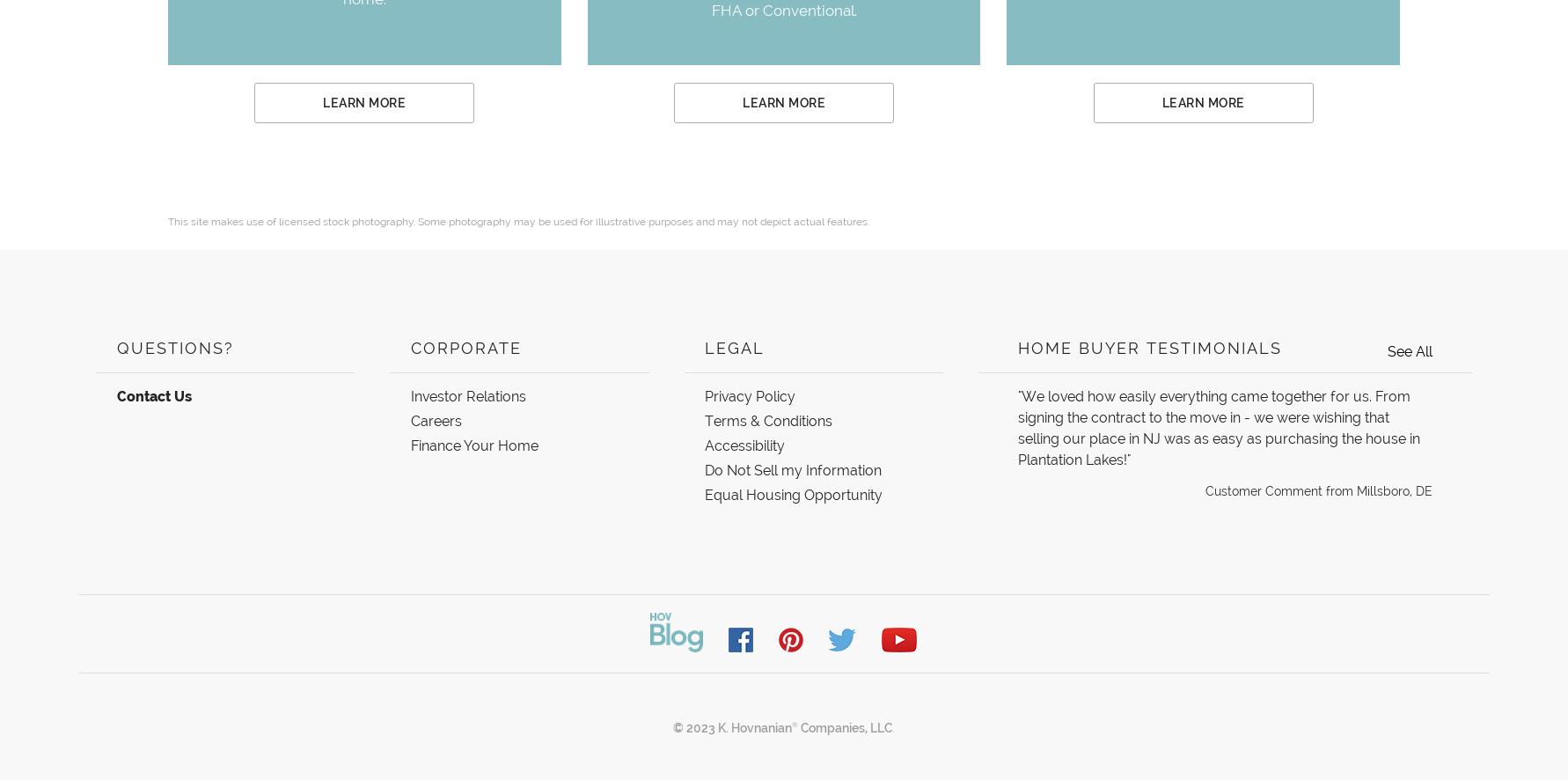  I want to click on '.', so click(890, 727).